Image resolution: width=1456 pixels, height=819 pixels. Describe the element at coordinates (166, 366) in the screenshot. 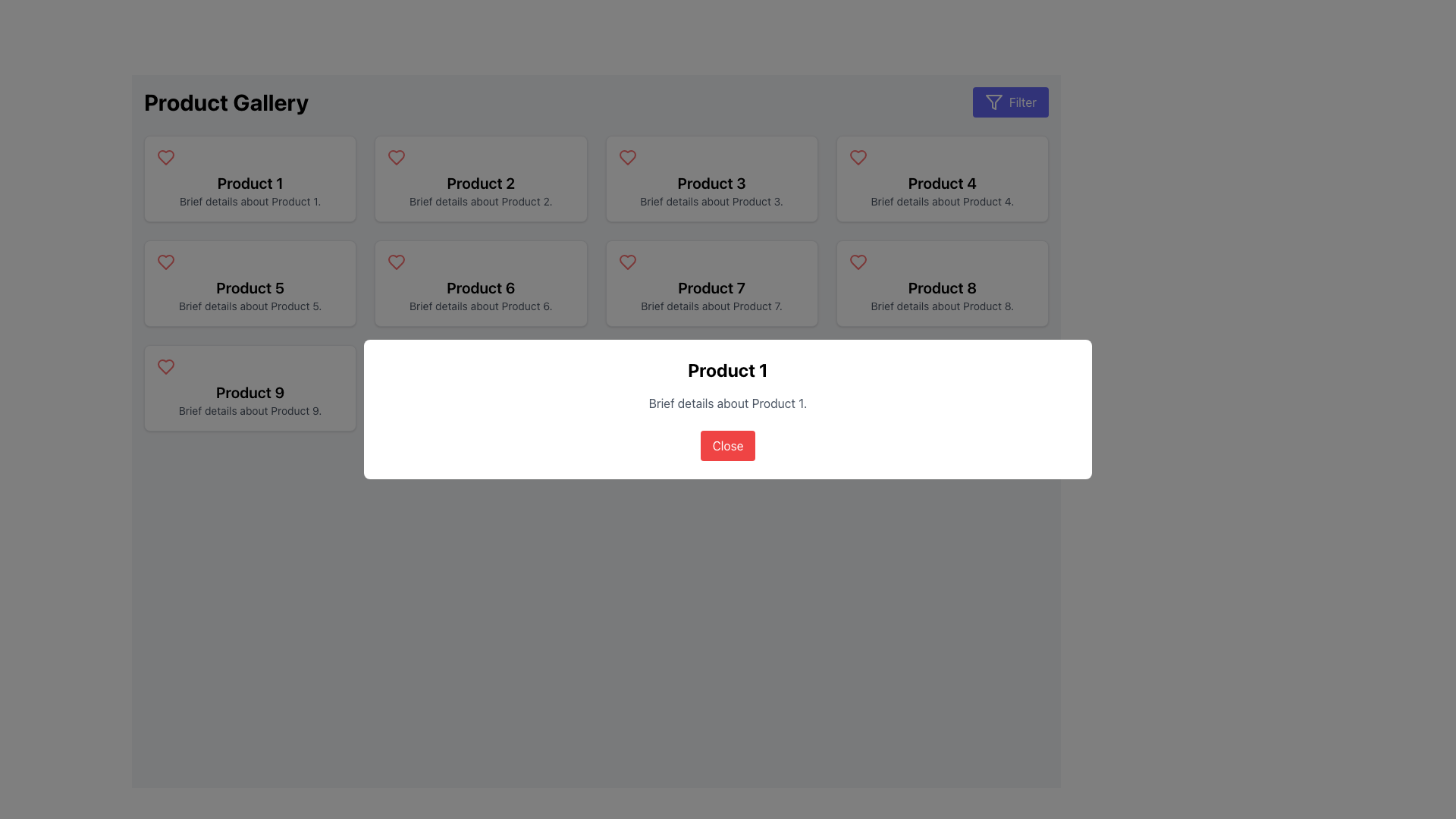

I see `the red heart-shaped icon button located in the bottom row of the product grid for 'Product 9'` at that location.